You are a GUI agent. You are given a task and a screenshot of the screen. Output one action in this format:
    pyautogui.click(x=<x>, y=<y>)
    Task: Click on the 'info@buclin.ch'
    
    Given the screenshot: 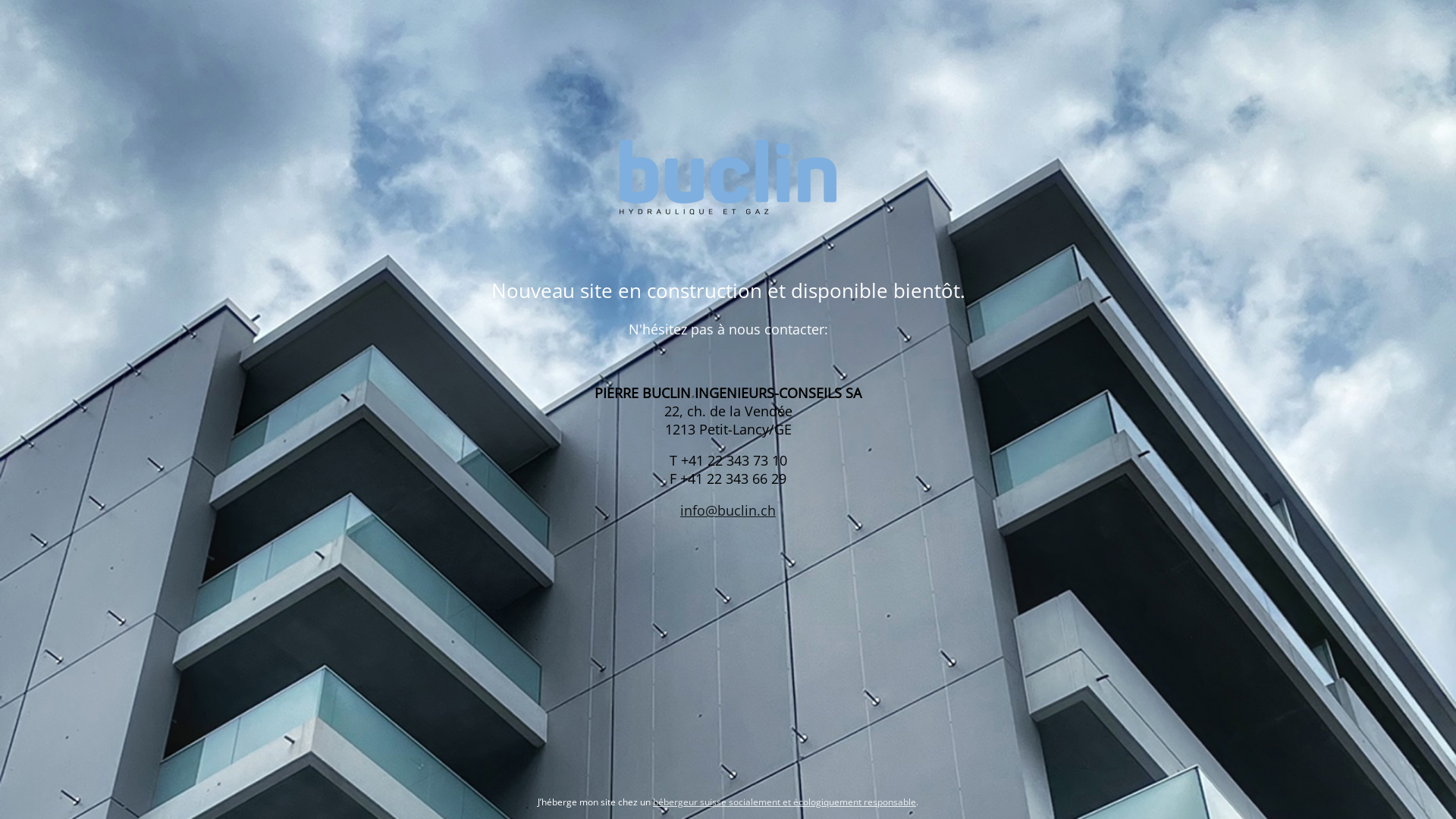 What is the action you would take?
    pyautogui.click(x=728, y=510)
    